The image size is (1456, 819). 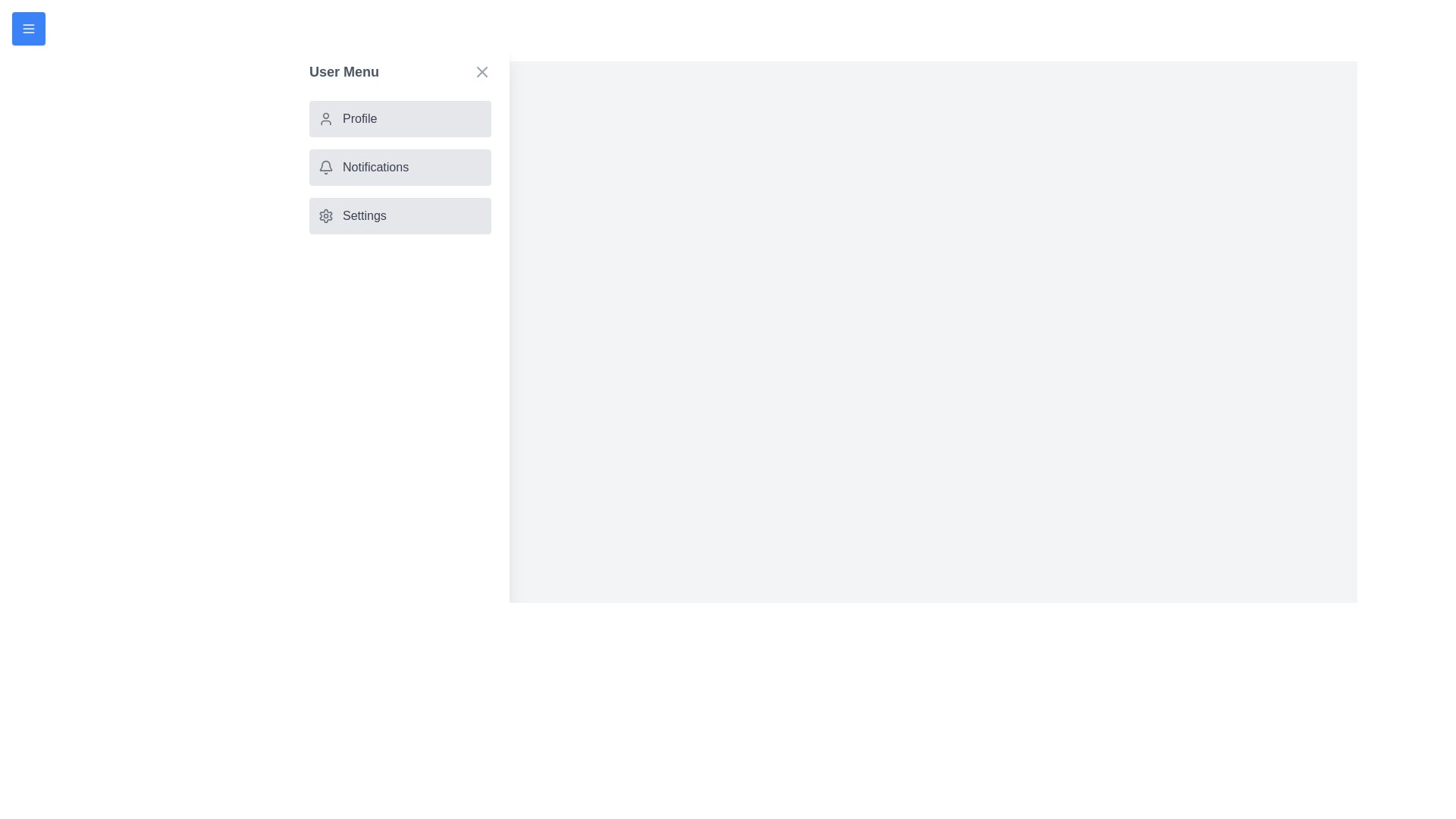 I want to click on the menu button to open or close the user drawer, so click(x=29, y=29).